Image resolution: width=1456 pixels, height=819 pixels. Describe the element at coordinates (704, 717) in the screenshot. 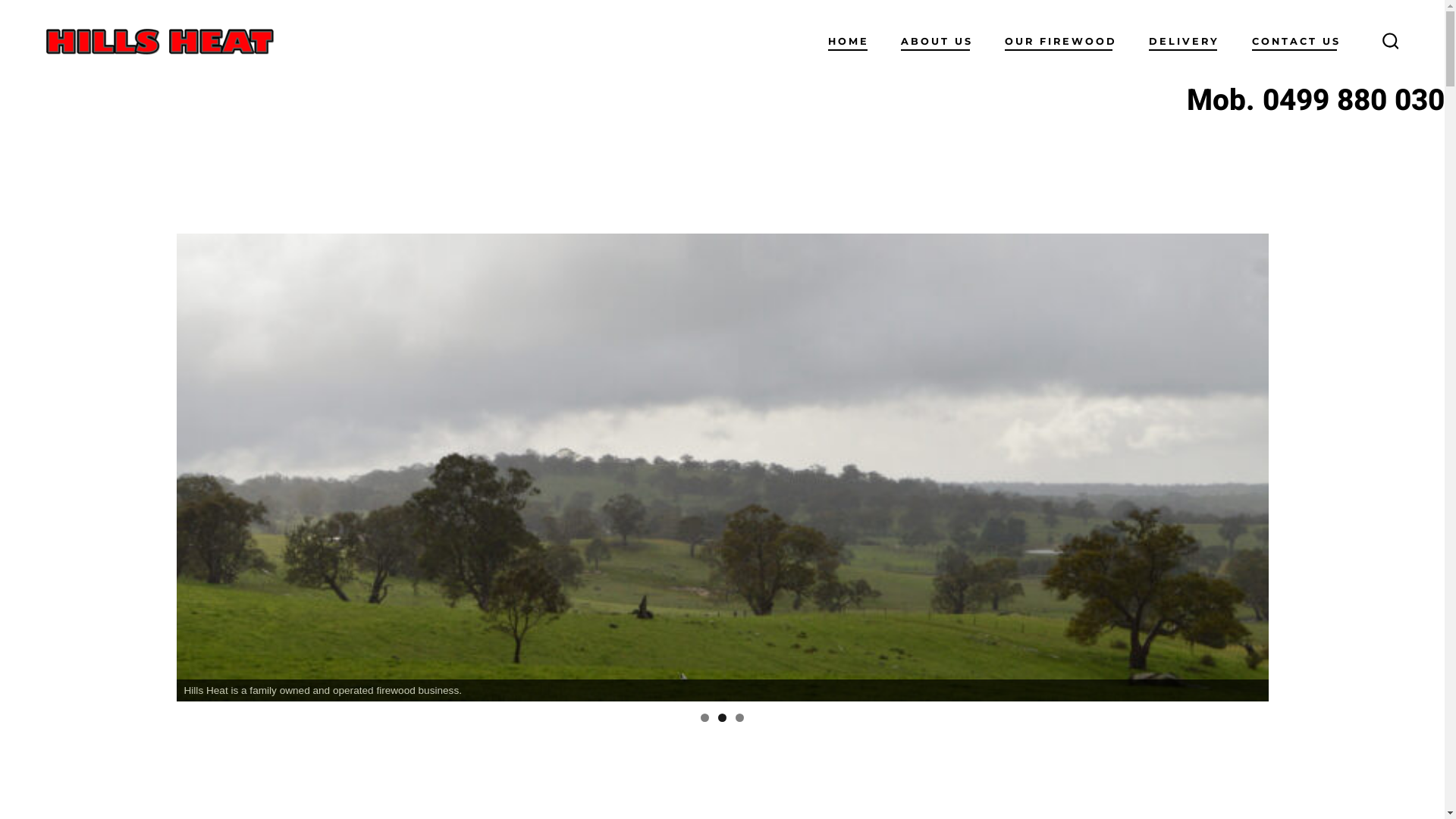

I see `'1'` at that location.